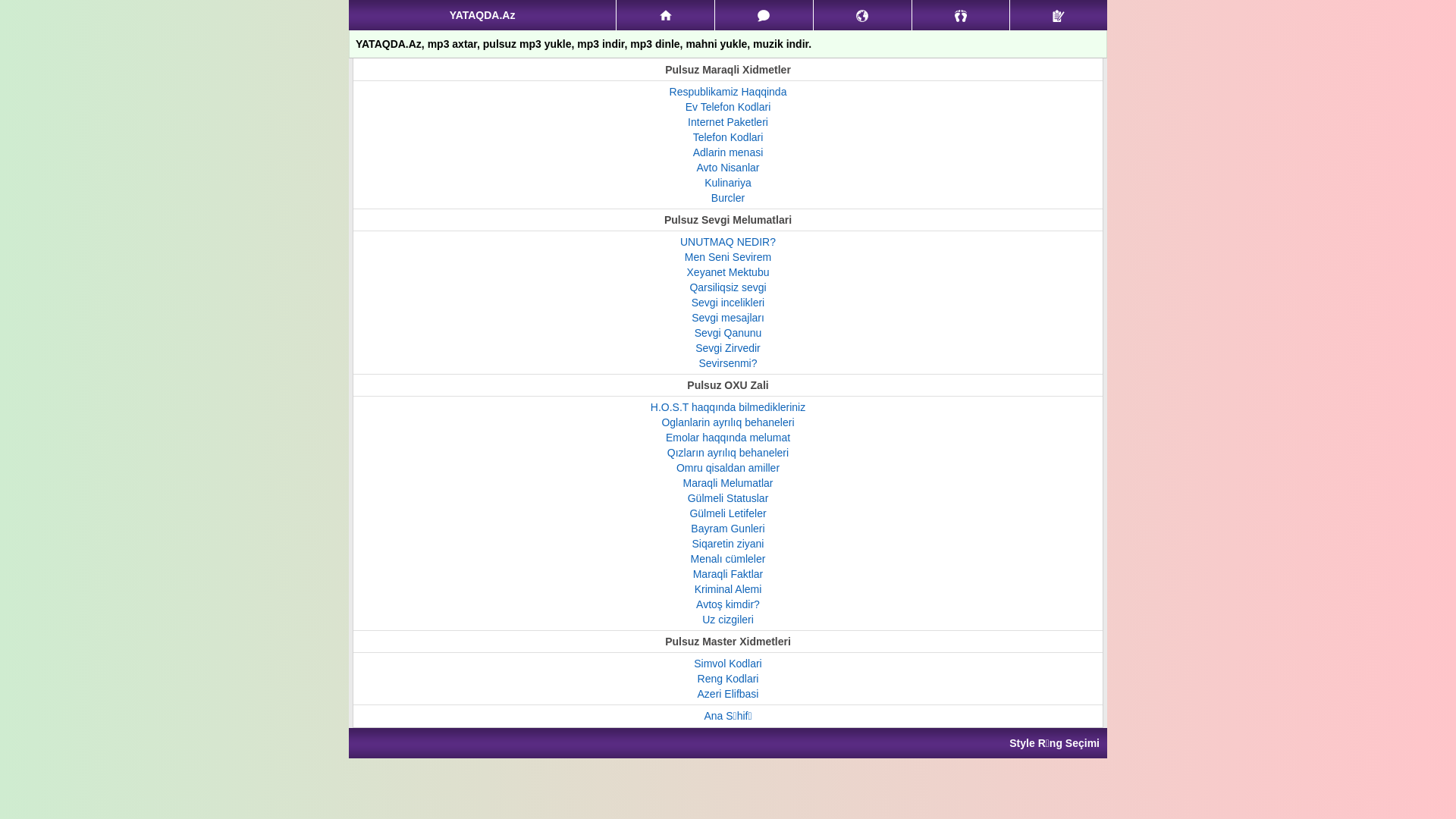 This screenshot has height=819, width=1456. I want to click on 'UNUTMAQ NEDIR?', so click(679, 241).